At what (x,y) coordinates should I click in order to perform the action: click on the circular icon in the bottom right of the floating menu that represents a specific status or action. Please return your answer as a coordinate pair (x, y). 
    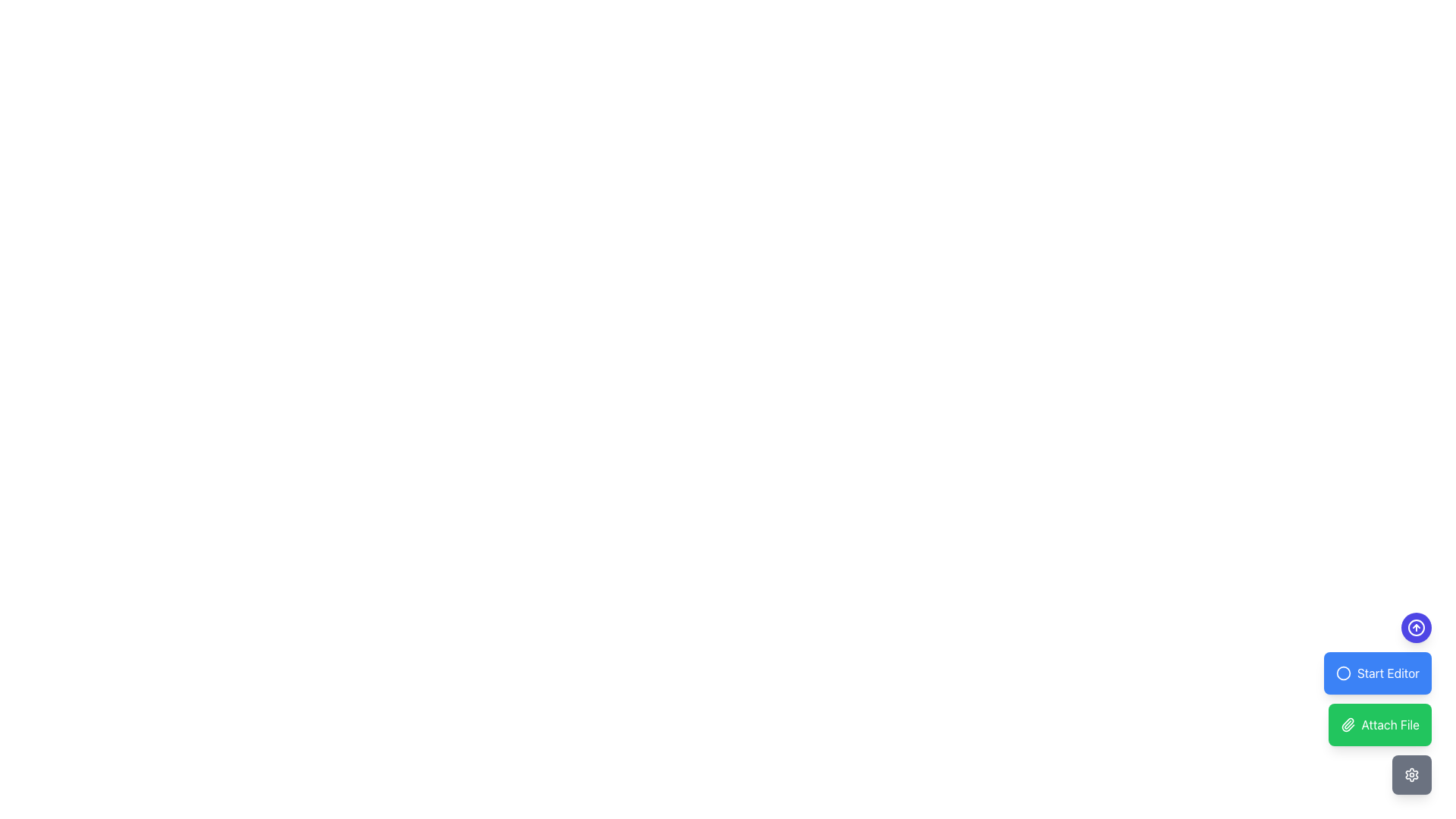
    Looking at the image, I should click on (1343, 672).